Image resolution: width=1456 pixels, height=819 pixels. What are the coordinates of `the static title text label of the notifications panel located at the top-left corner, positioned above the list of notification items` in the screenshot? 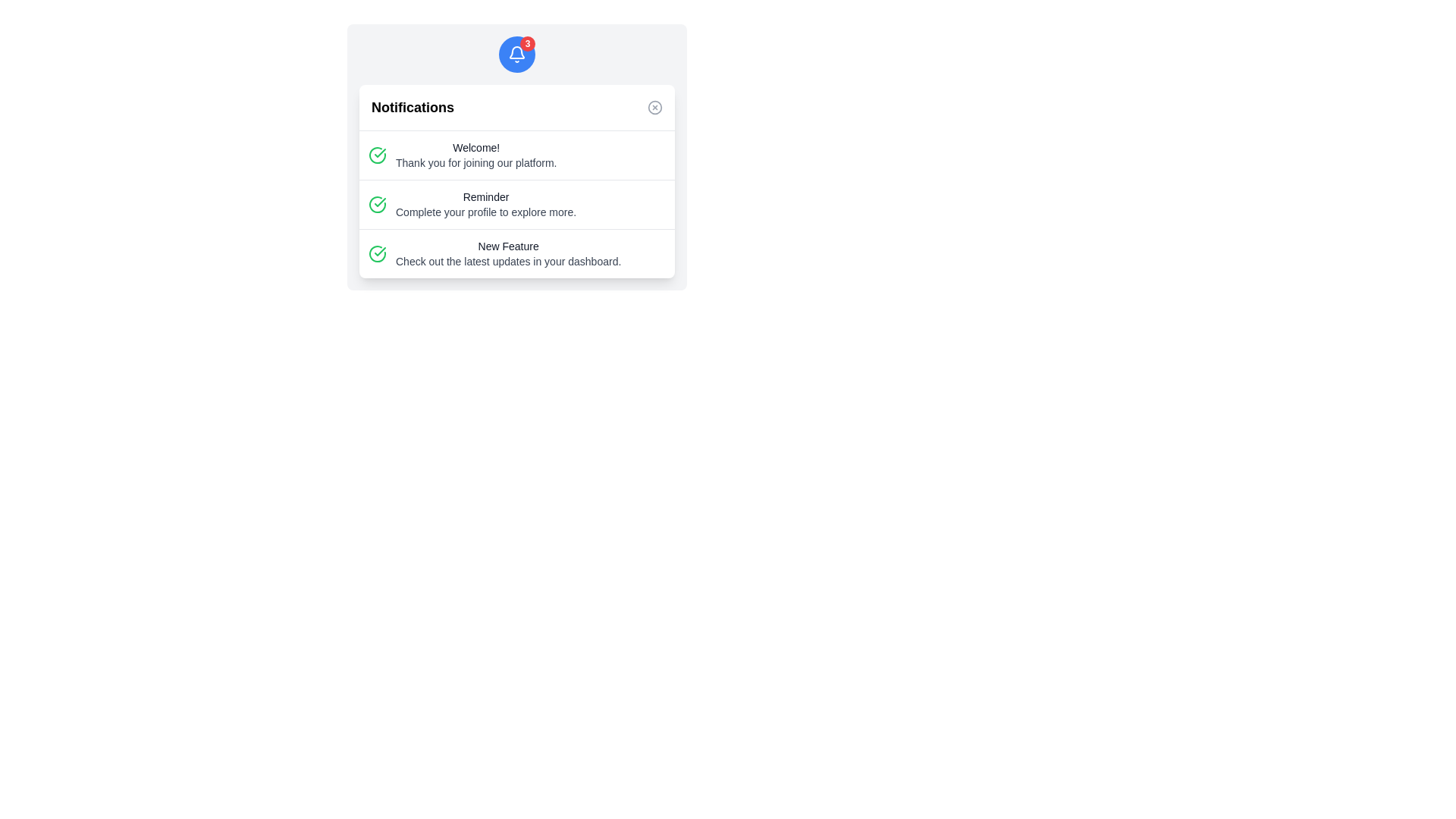 It's located at (413, 107).